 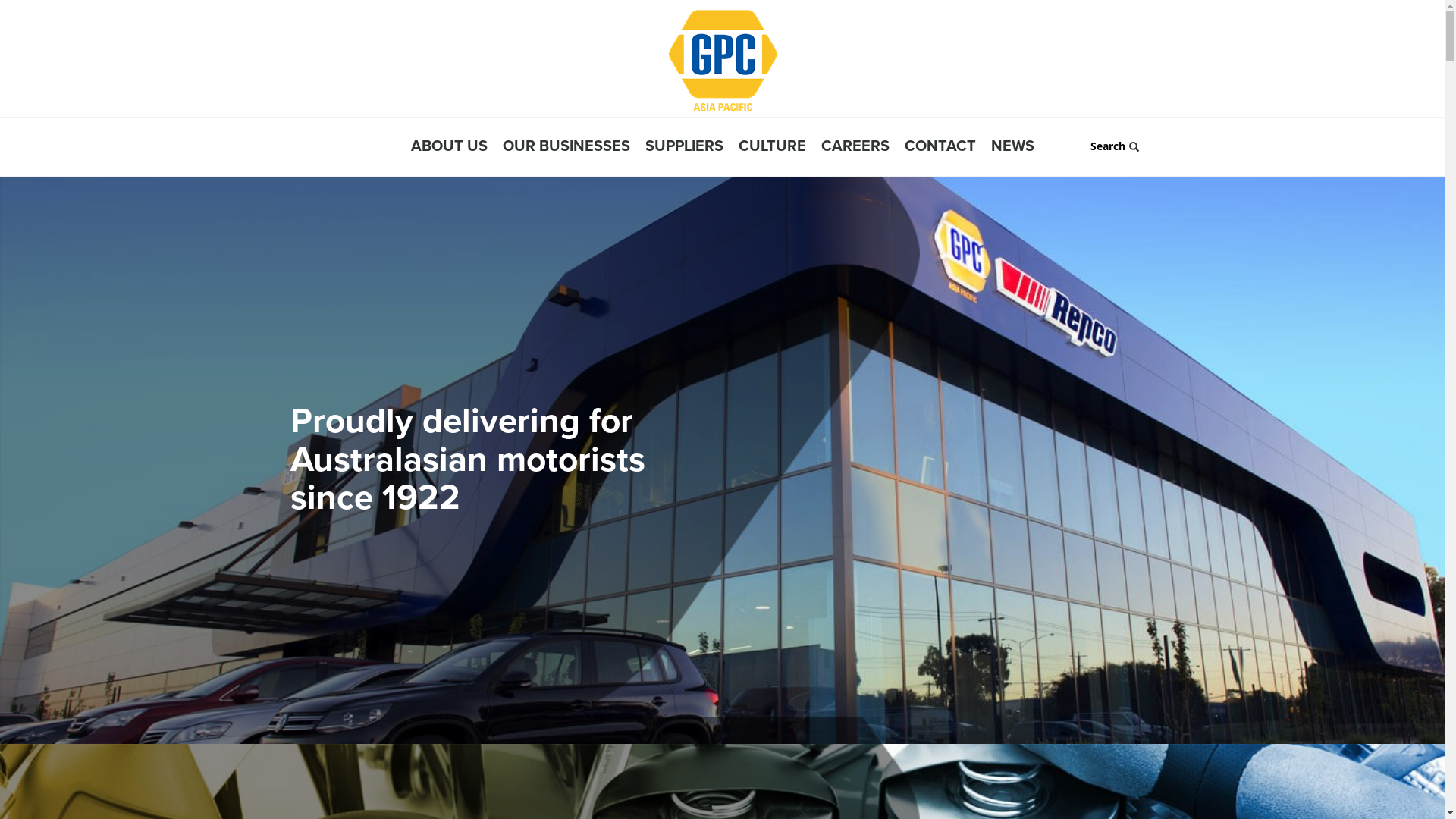 What do you see at coordinates (572, 148) in the screenshot?
I see `'OUR BUSINESSES'` at bounding box center [572, 148].